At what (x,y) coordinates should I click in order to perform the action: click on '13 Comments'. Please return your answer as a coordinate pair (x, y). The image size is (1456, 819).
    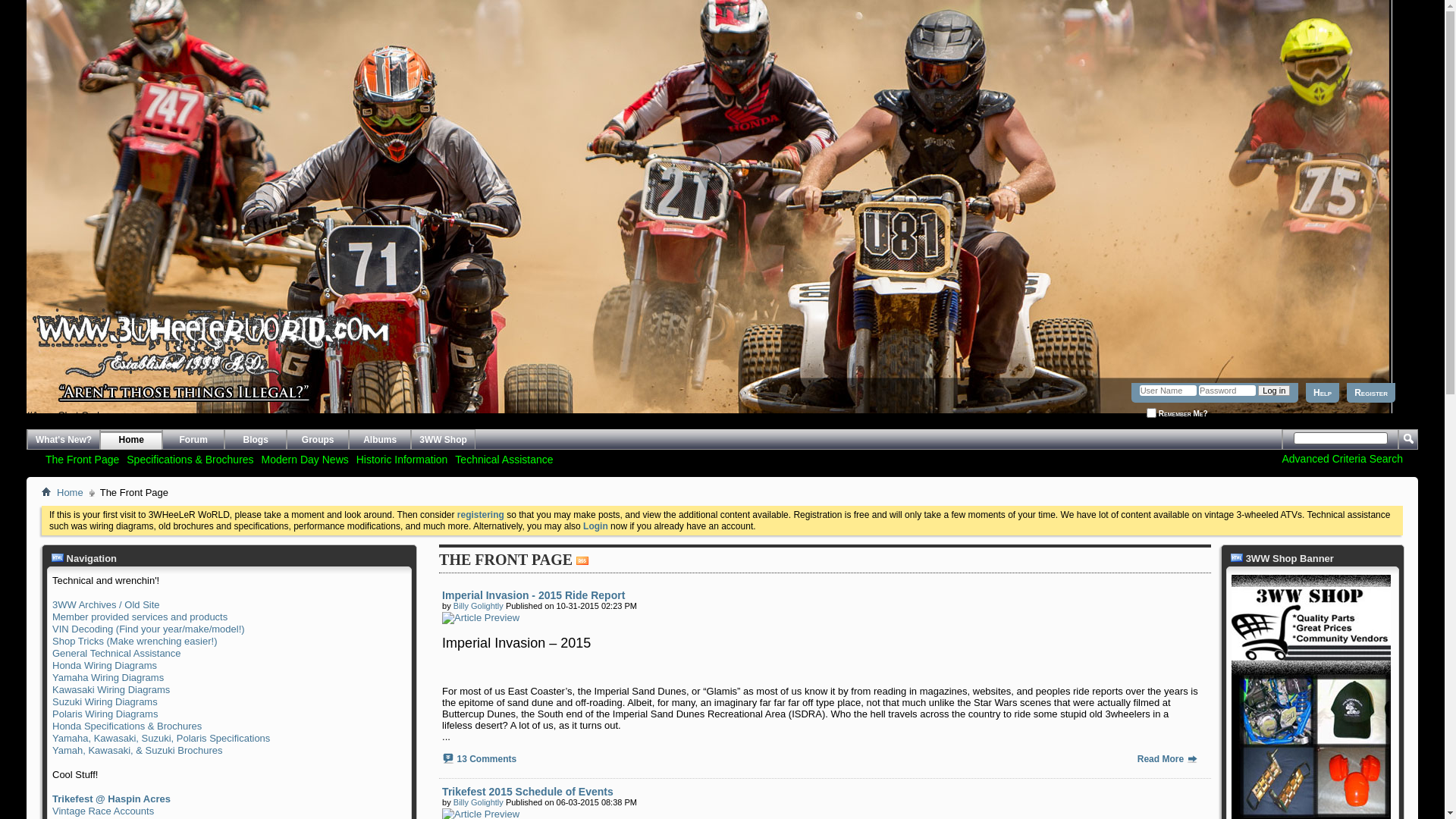
    Looking at the image, I should click on (486, 759).